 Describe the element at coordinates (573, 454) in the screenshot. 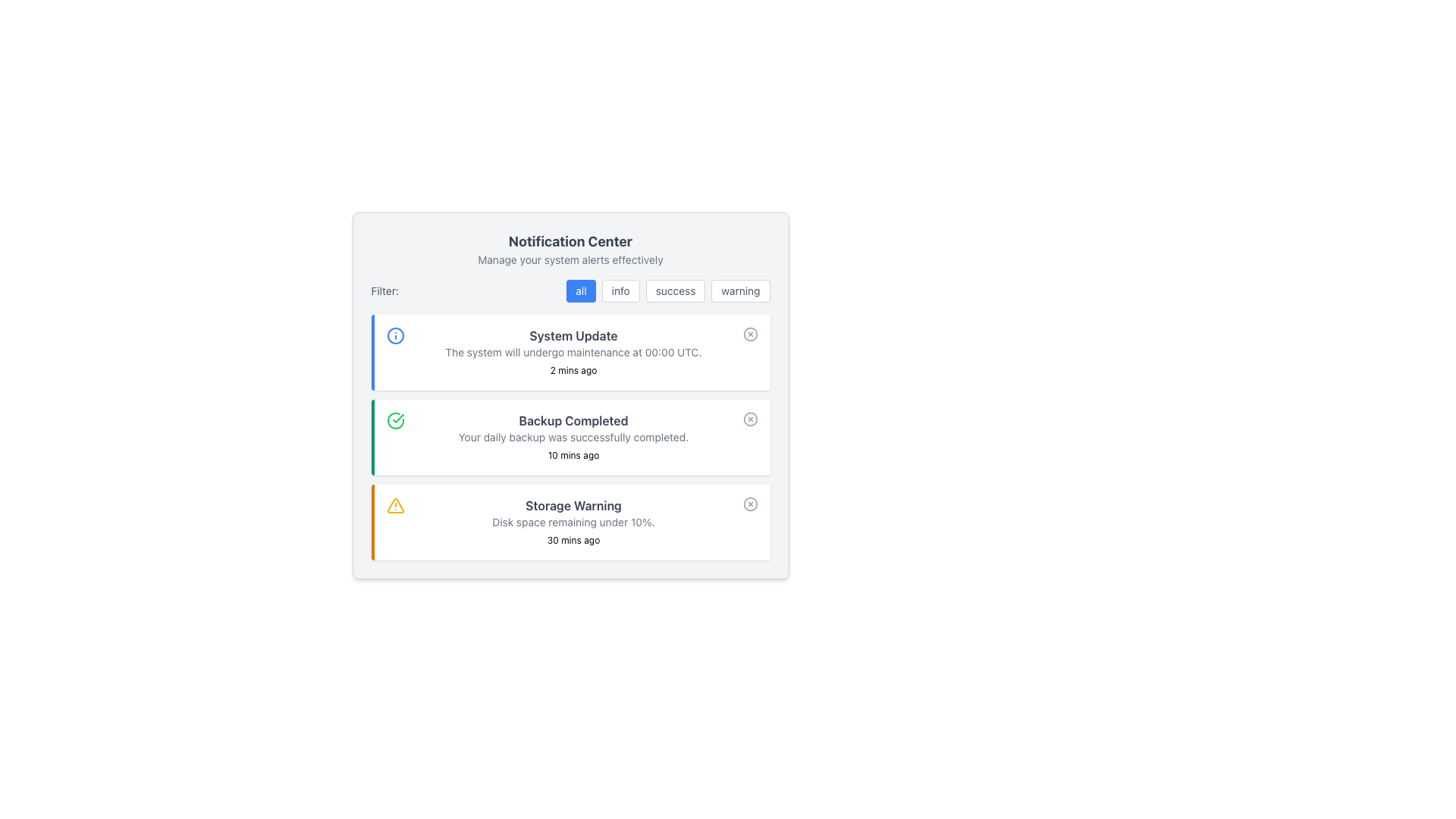

I see `the Timestamp label located at the bottom-right of the notification panel, beneath the 'Backup Completed' message` at that location.